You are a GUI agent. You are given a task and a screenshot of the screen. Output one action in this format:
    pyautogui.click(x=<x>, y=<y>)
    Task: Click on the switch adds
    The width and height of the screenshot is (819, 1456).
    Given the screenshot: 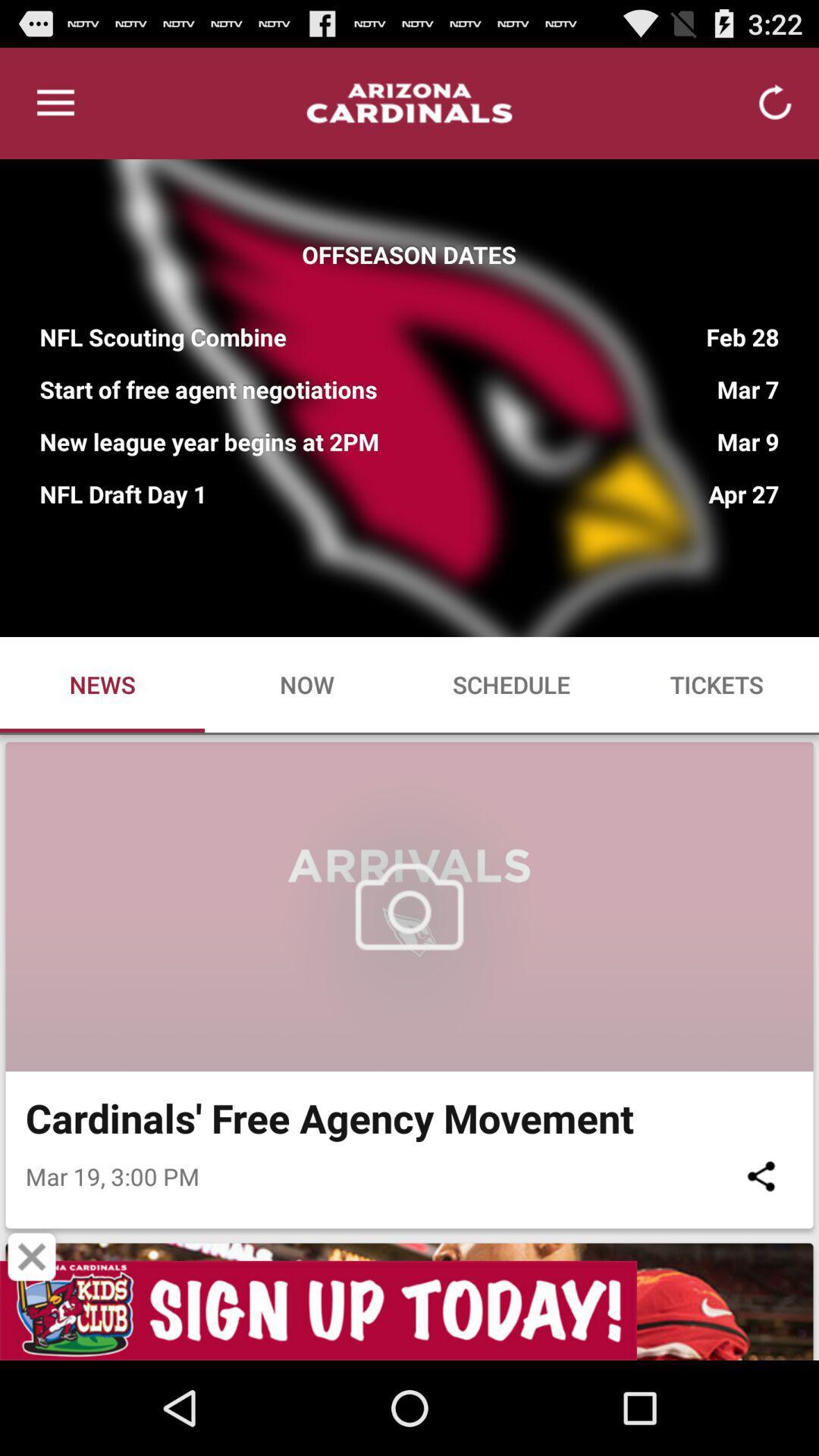 What is the action you would take?
    pyautogui.click(x=409, y=1310)
    